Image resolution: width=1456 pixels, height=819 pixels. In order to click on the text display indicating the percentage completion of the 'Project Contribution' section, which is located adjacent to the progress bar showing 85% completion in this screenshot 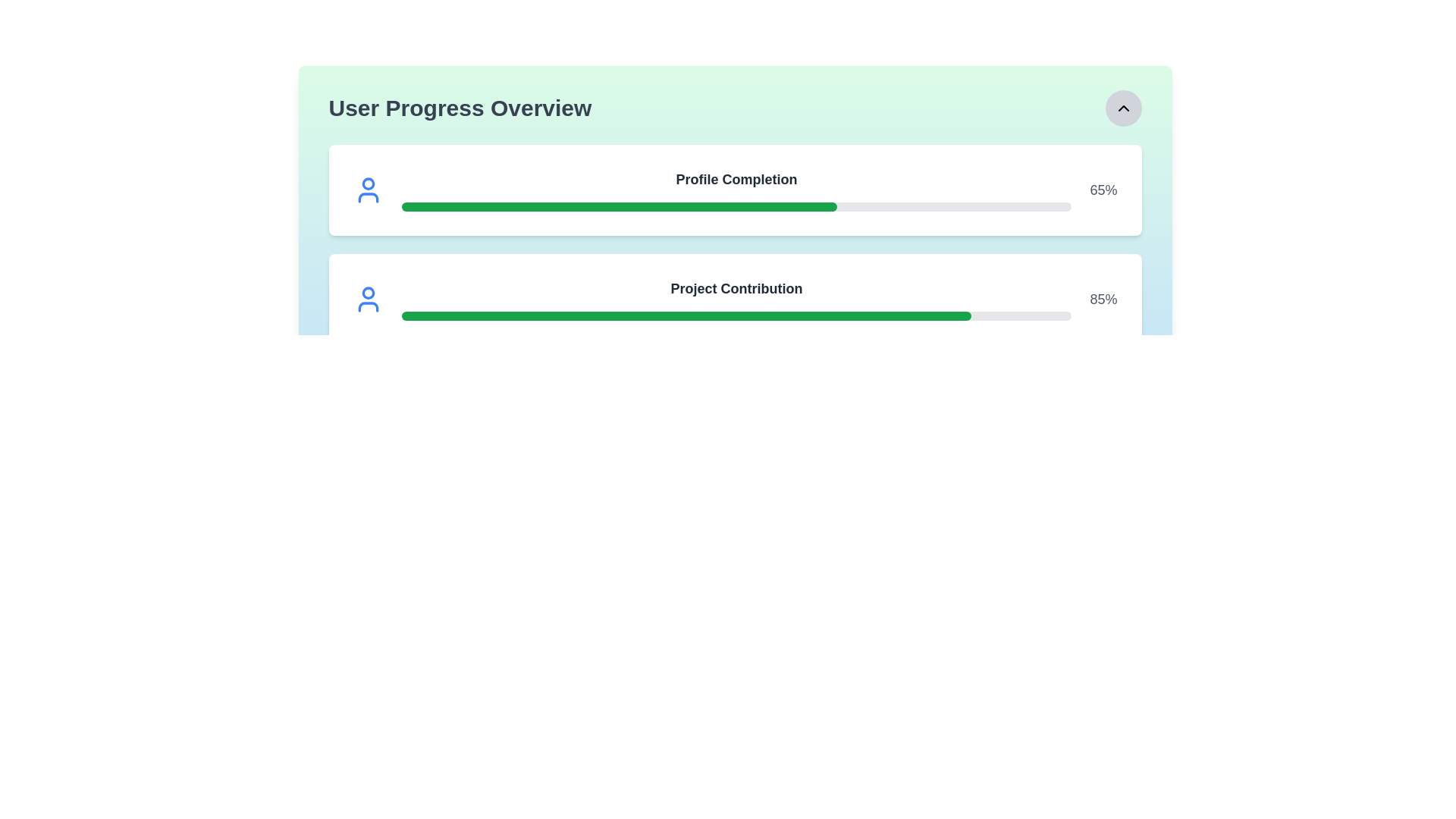, I will do `click(1103, 299)`.